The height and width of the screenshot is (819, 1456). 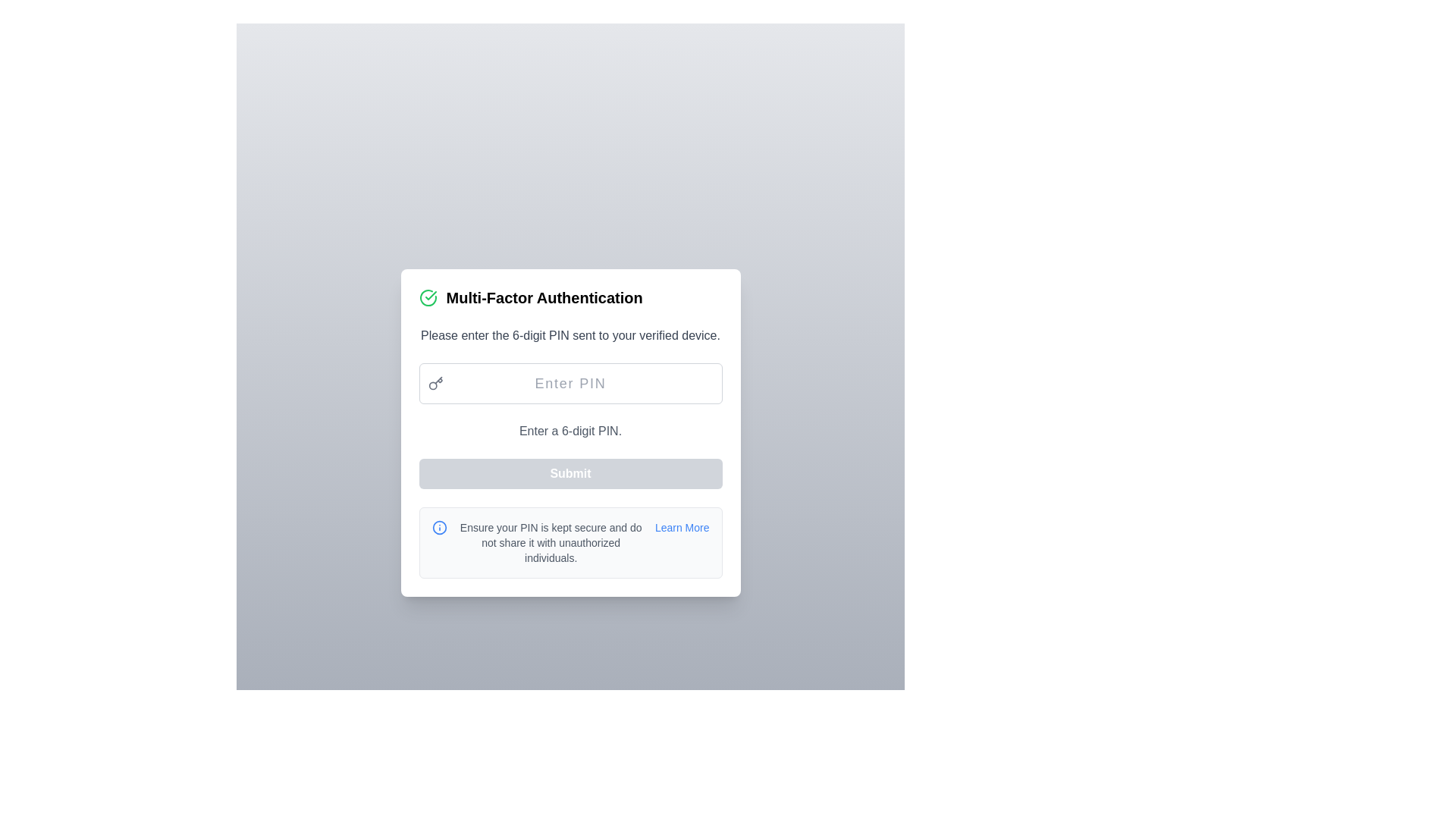 What do you see at coordinates (550, 542) in the screenshot?
I see `text content from the Text Block that states 'Ensure your PIN is kept secure and do not share it with unauthorized individuals.'` at bounding box center [550, 542].